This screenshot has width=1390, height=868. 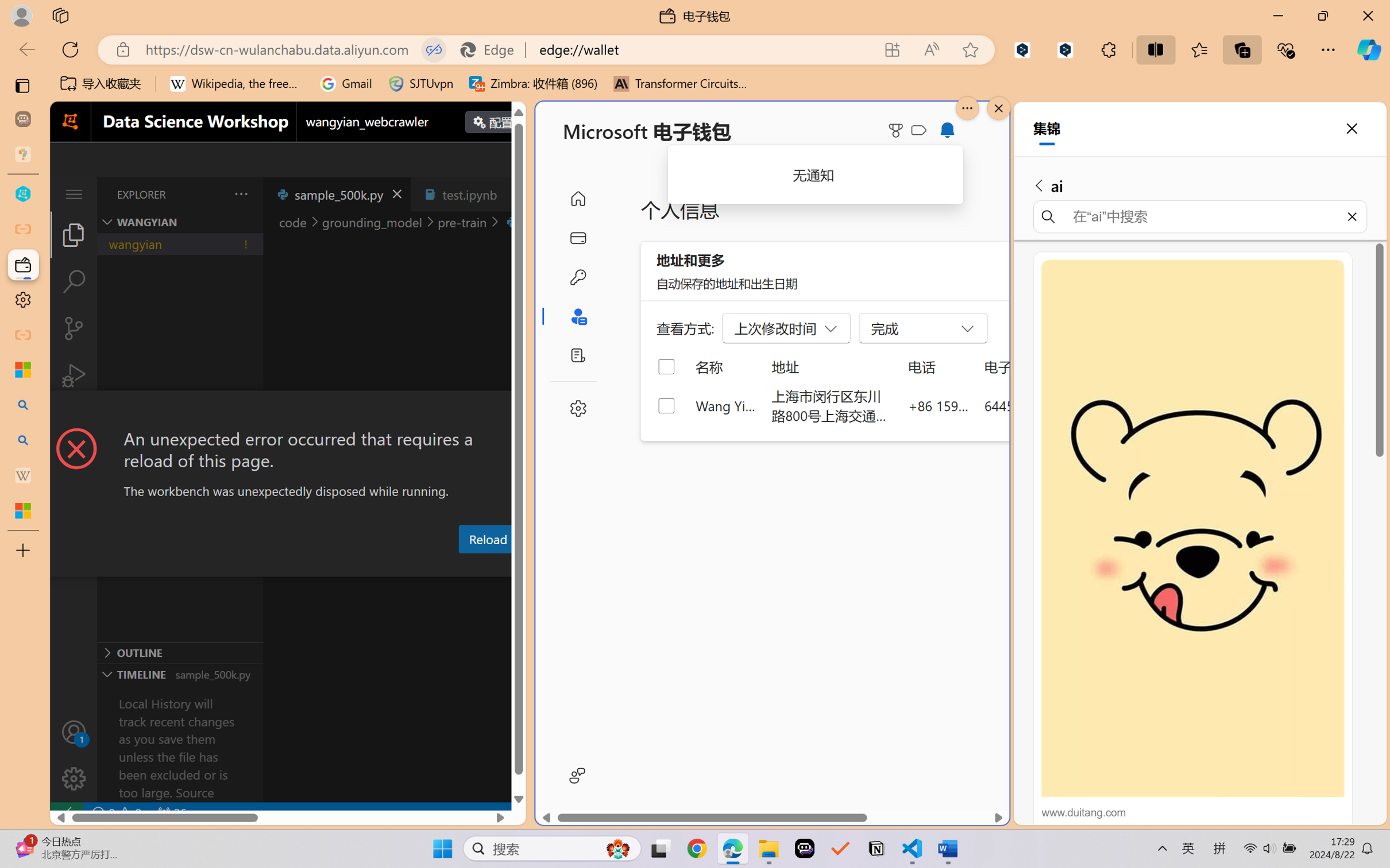 I want to click on 'Microsoft Rewards', so click(x=898, y=130).